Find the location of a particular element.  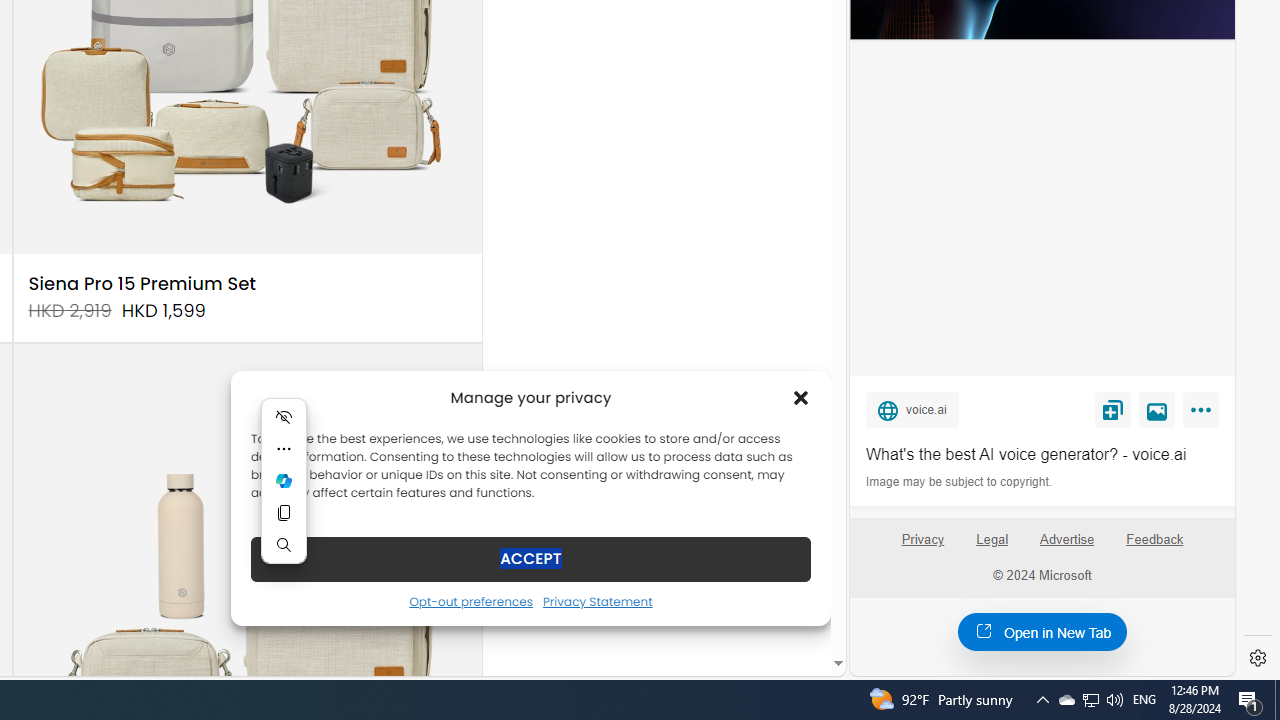

'Privacy' is located at coordinates (921, 538).